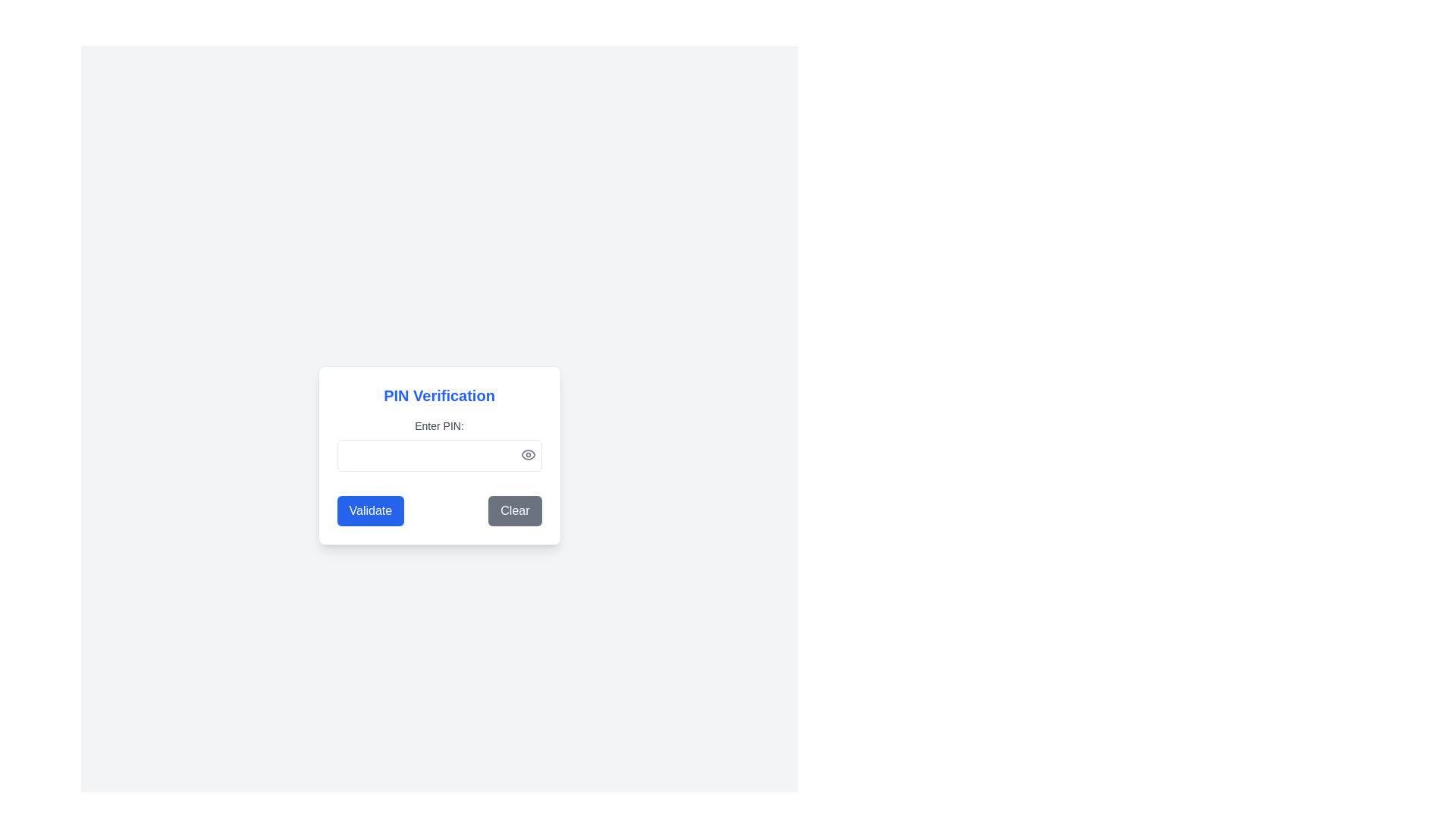 The height and width of the screenshot is (819, 1456). I want to click on the submit button located in the bottom-left corner of the white card interface, so click(370, 511).